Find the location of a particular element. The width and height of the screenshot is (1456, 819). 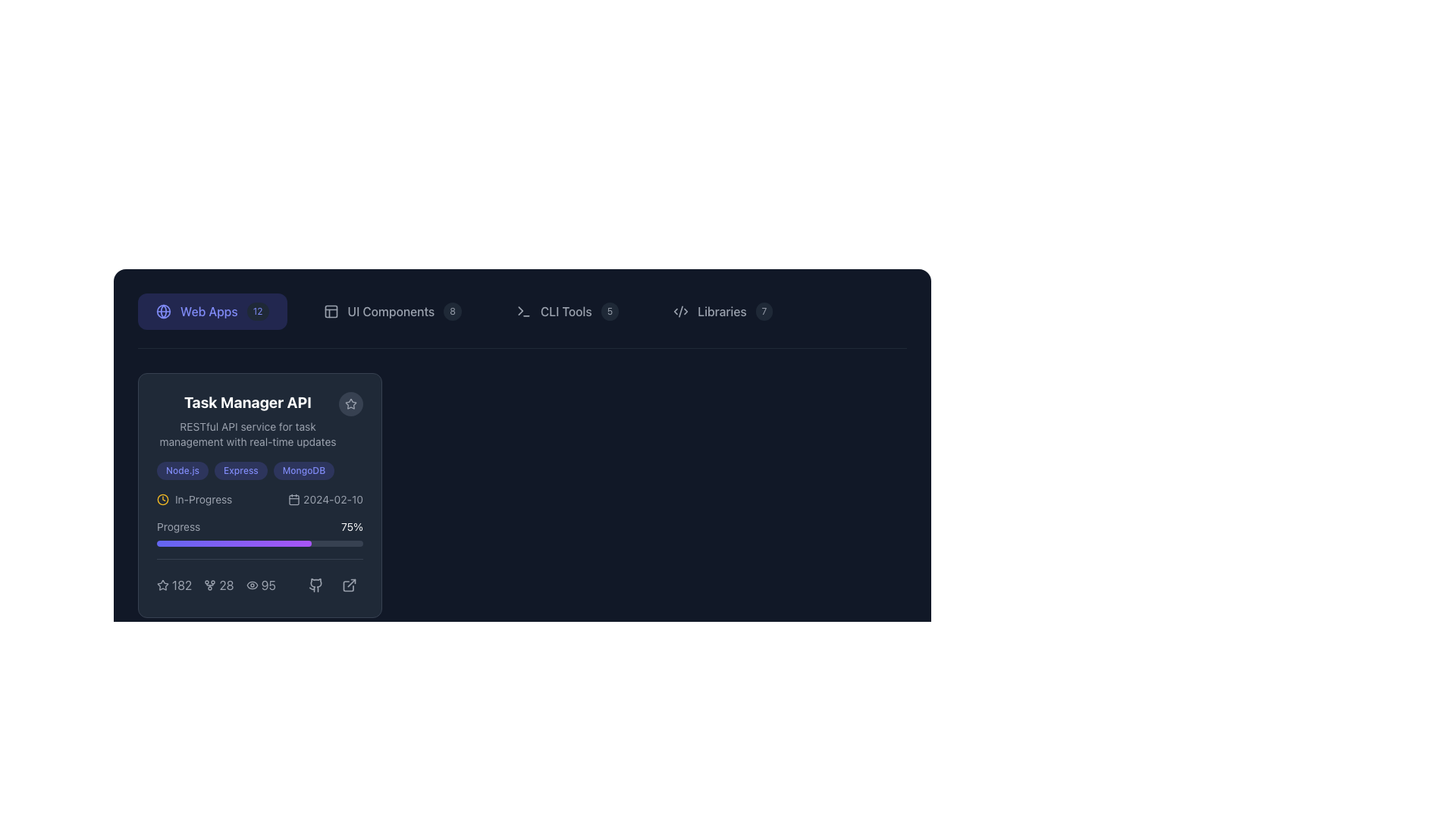

the icon depicting a branching structure followed by the number '28', which is the second item in a horizontal row at the bottom of a task card is located at coordinates (215, 584).